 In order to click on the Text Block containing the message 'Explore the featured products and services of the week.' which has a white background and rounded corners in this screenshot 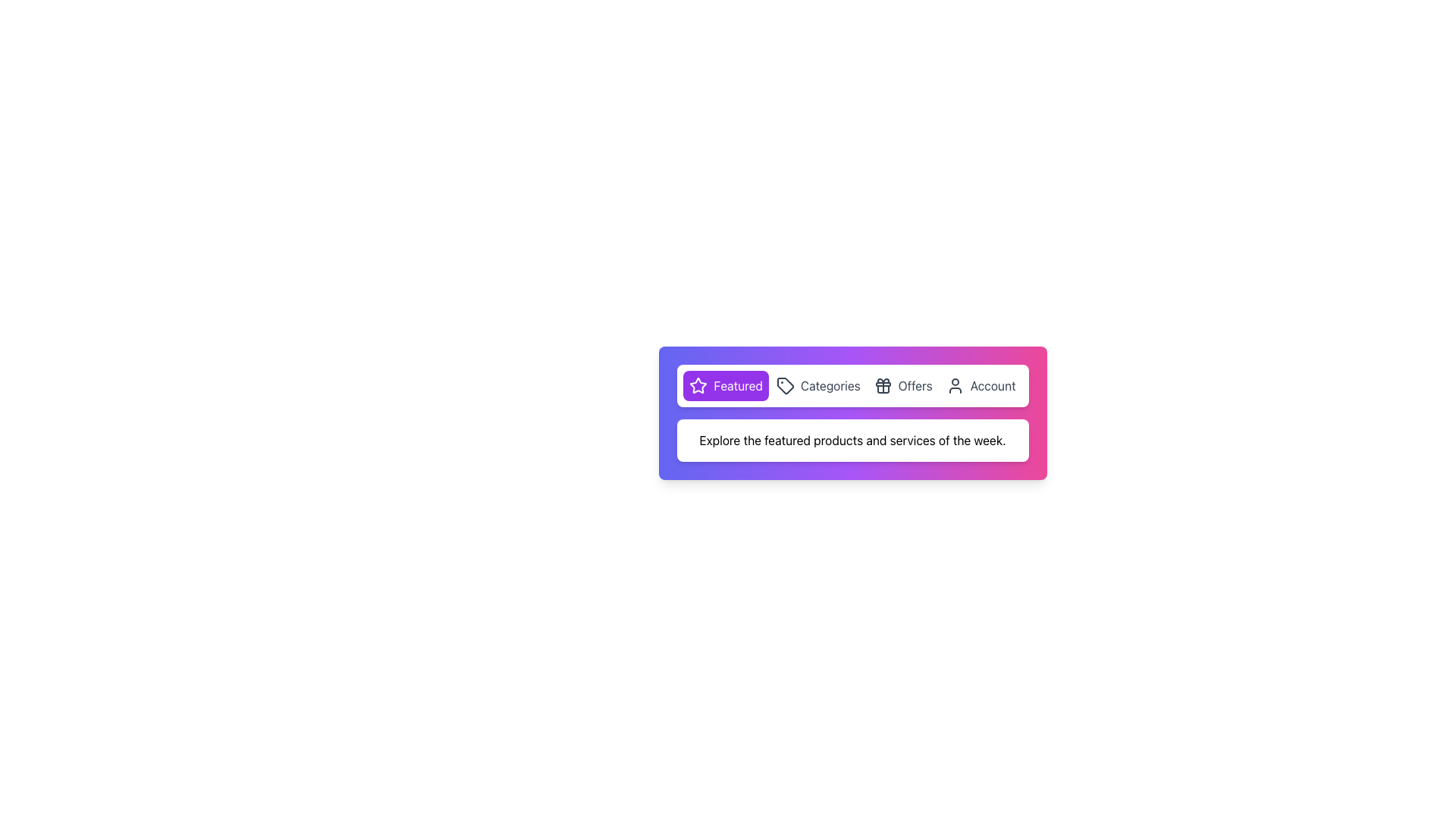, I will do `click(852, 441)`.